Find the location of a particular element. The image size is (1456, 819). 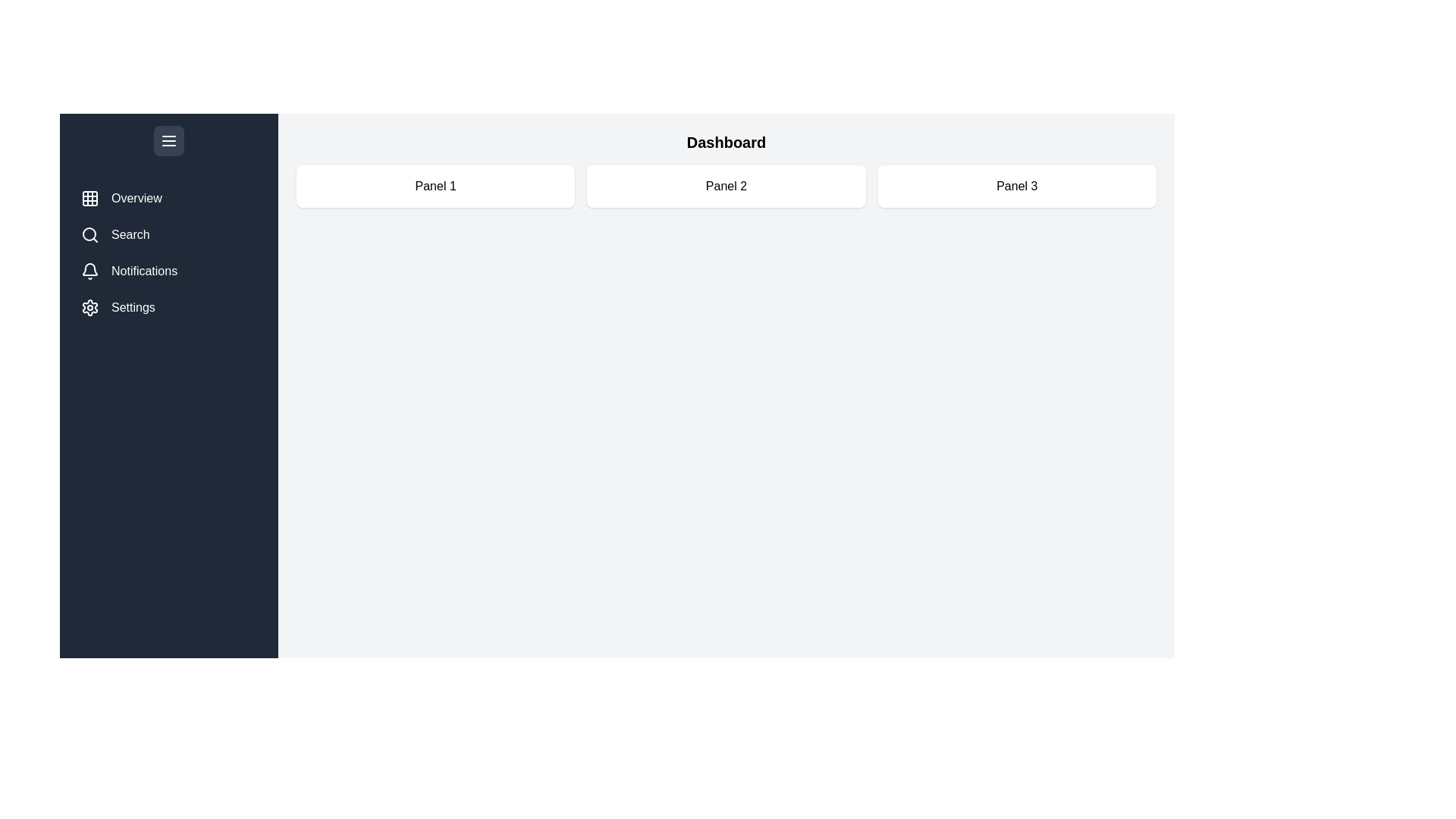

the menu button to toggle the drawer's visibility is located at coordinates (168, 140).